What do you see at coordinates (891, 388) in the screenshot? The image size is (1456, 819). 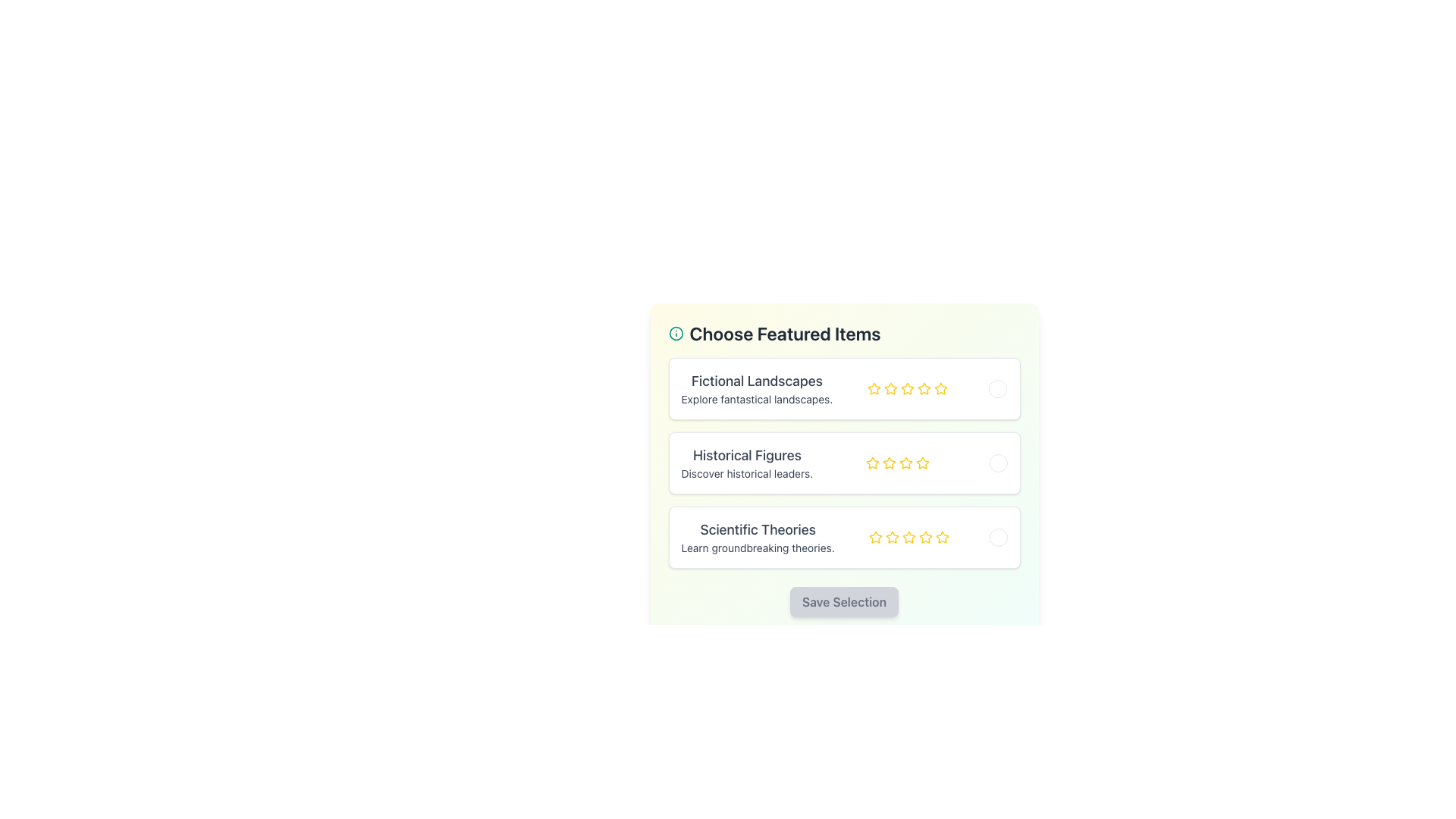 I see `the second star icon in the 'Fictional Landscapes' rating feature to assign a rating of two stars` at bounding box center [891, 388].